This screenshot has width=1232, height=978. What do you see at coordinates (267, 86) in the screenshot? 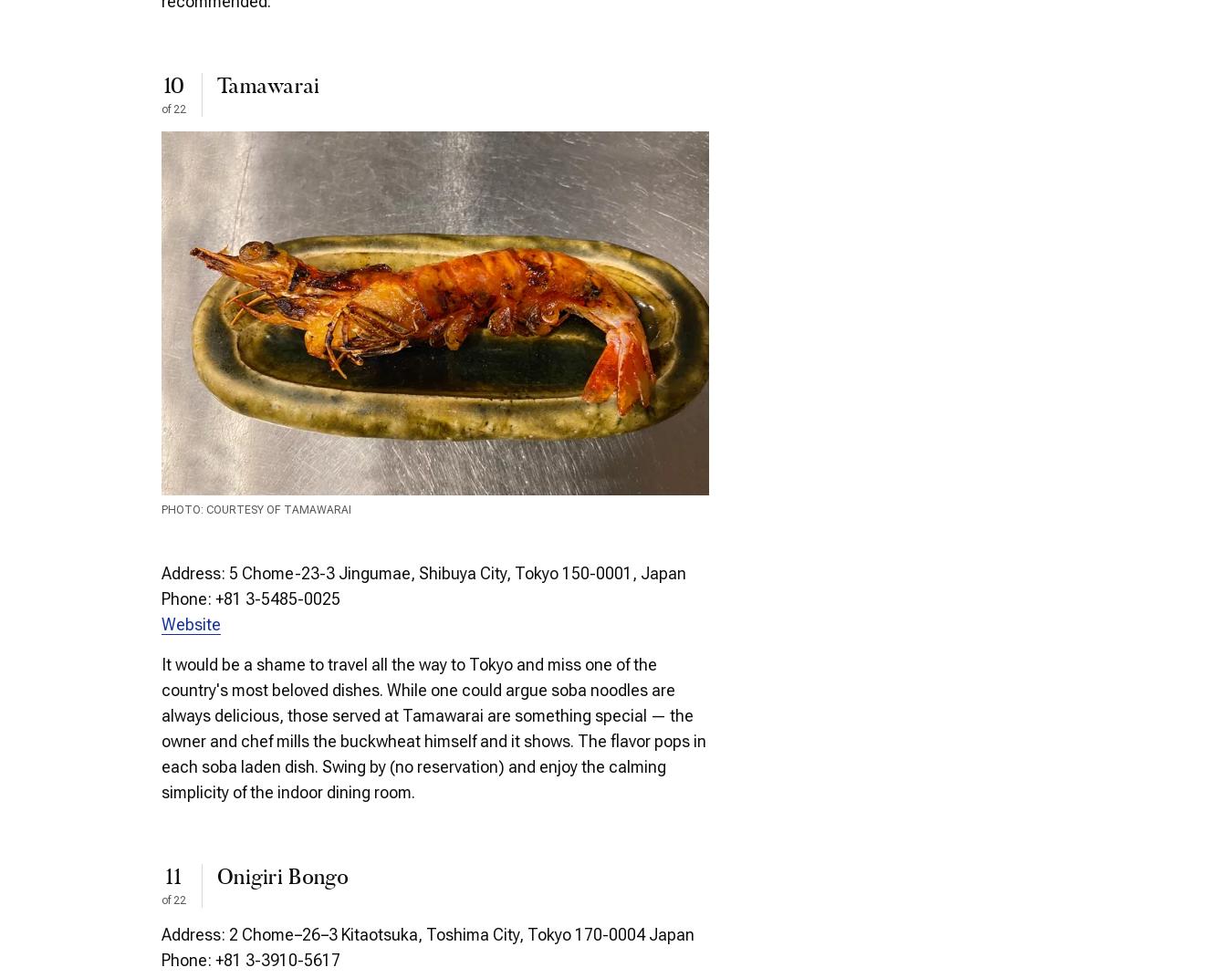
I see `'Tamawarai'` at bounding box center [267, 86].